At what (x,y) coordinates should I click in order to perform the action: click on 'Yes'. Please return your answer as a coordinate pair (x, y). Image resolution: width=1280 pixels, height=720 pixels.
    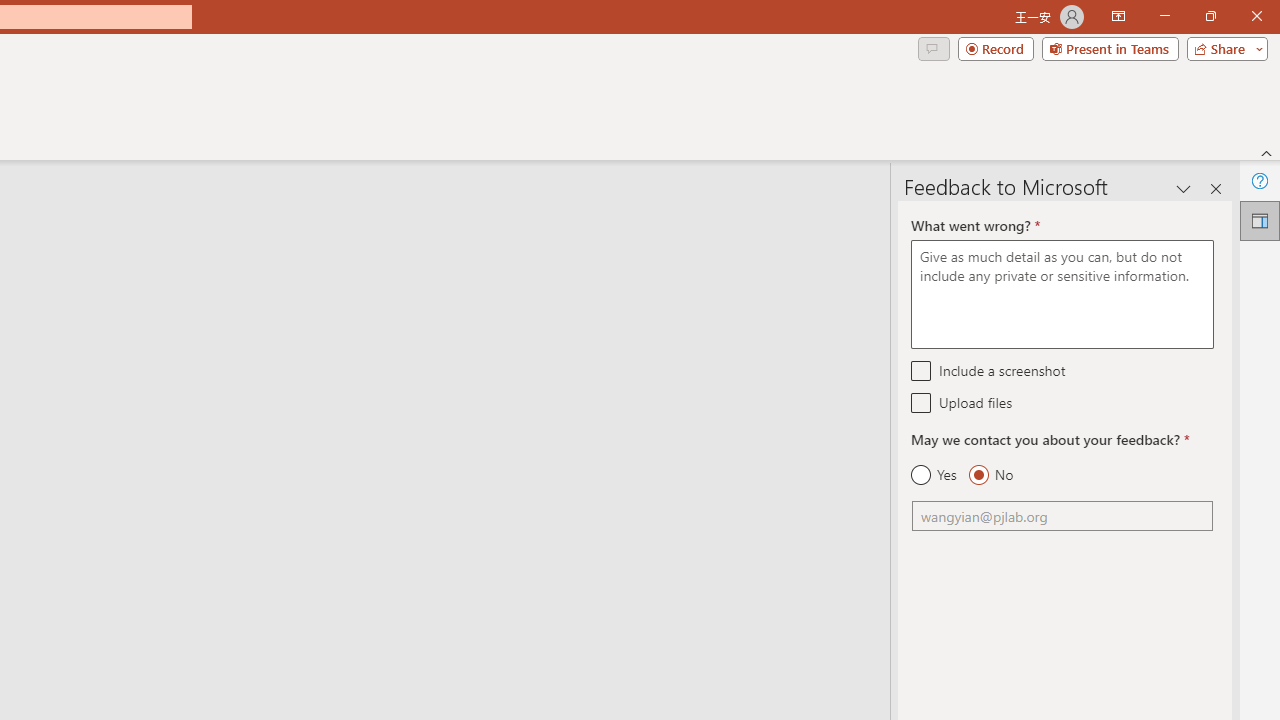
    Looking at the image, I should click on (933, 475).